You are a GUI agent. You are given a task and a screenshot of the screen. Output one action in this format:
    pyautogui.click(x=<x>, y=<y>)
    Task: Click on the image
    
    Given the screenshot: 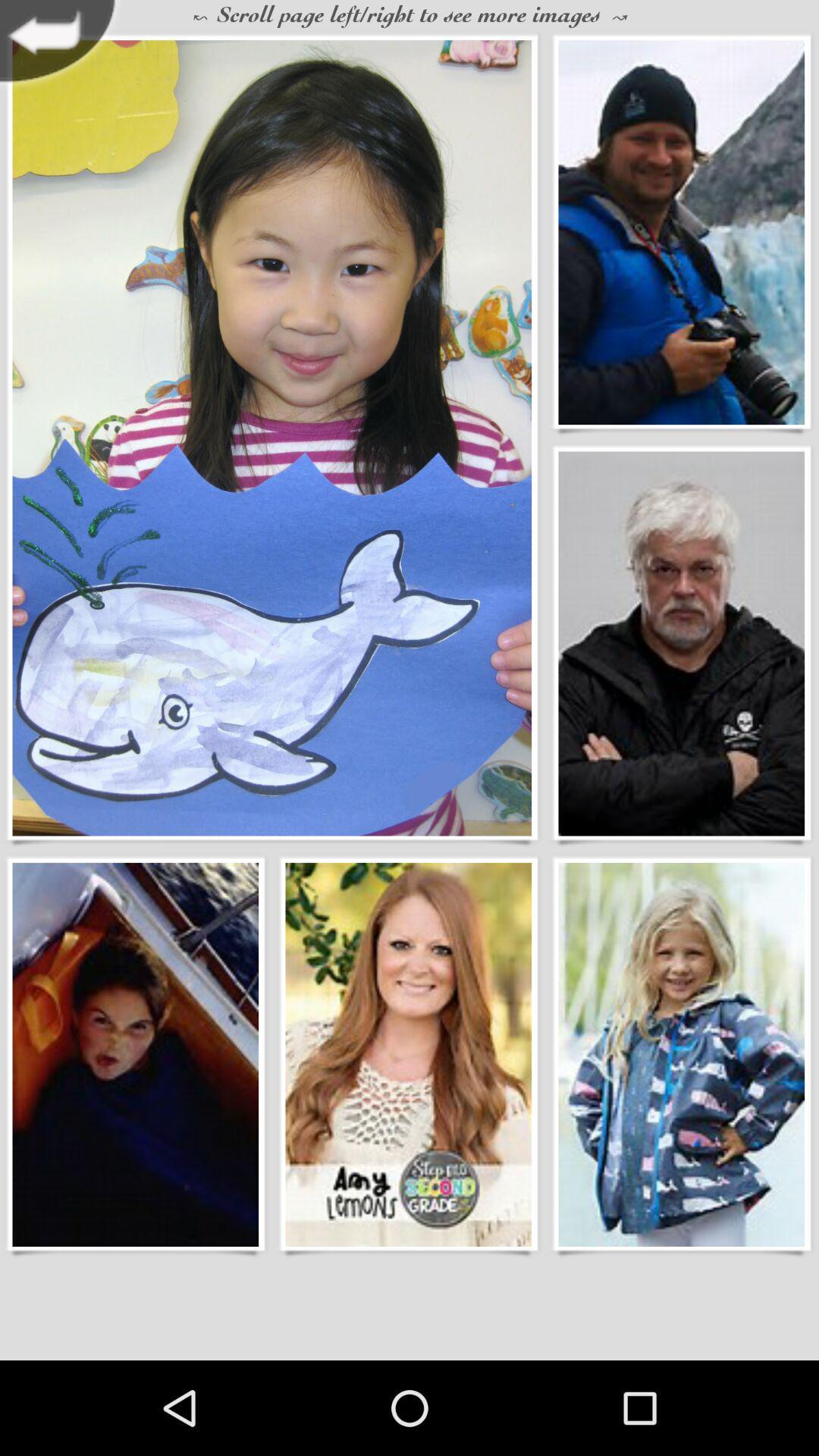 What is the action you would take?
    pyautogui.click(x=680, y=644)
    